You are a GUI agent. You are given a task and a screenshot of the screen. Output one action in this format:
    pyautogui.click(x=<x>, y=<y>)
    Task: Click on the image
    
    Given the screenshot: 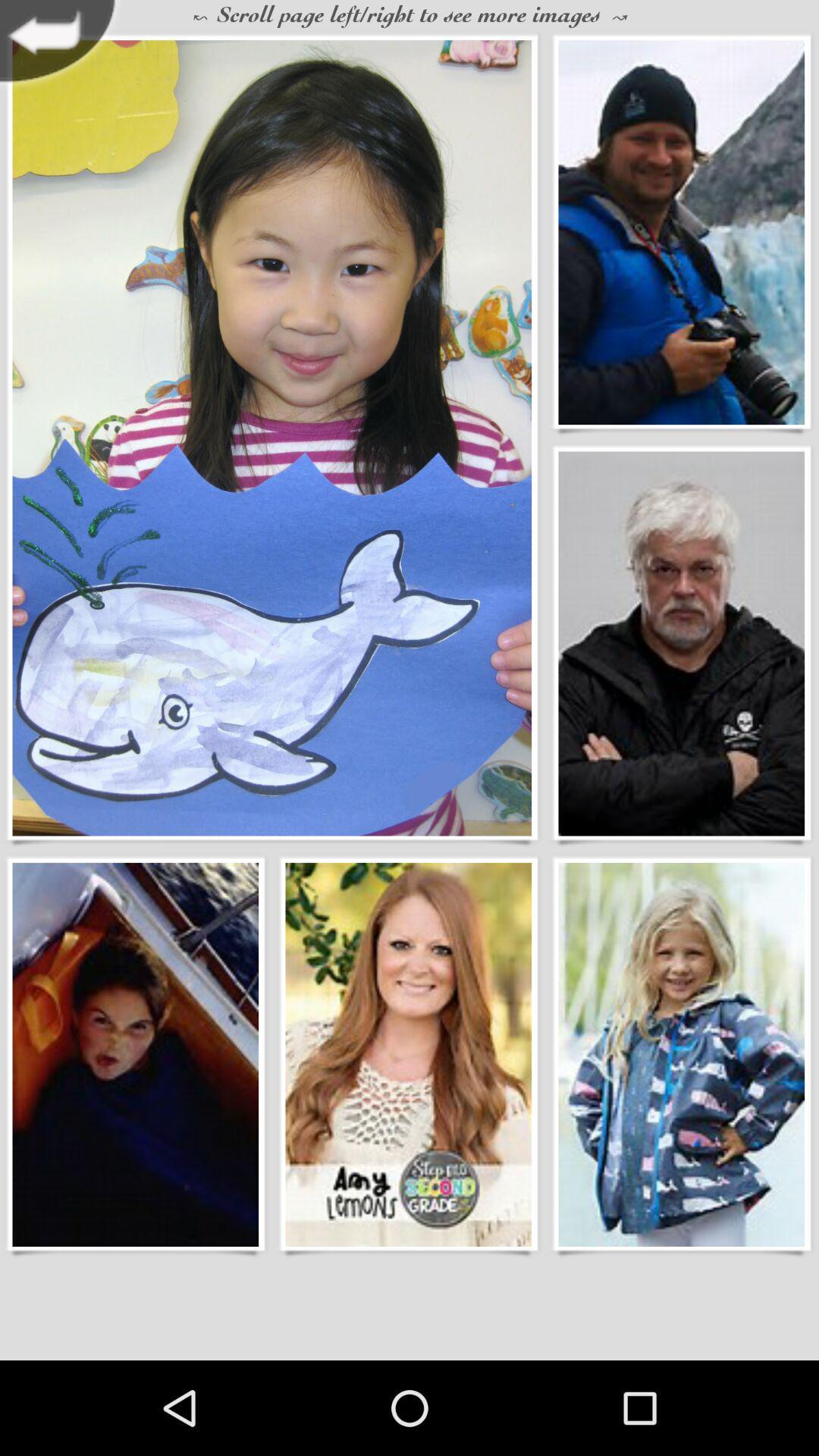 What is the action you would take?
    pyautogui.click(x=680, y=644)
    